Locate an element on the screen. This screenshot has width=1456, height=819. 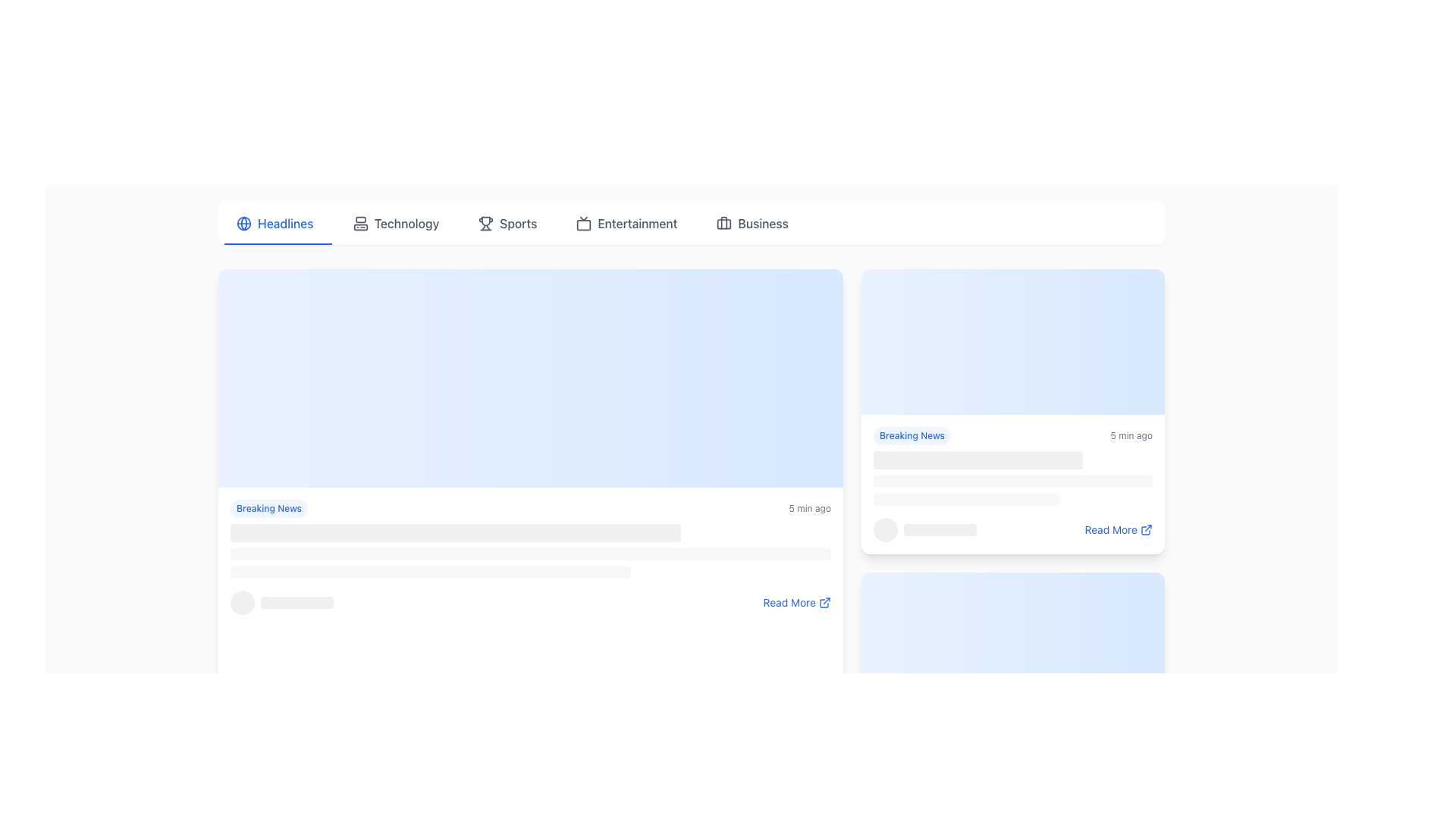
the Indicator bar located at the bottom of the 'Headlines' tab by moving the cursor to its center point is located at coordinates (278, 243).